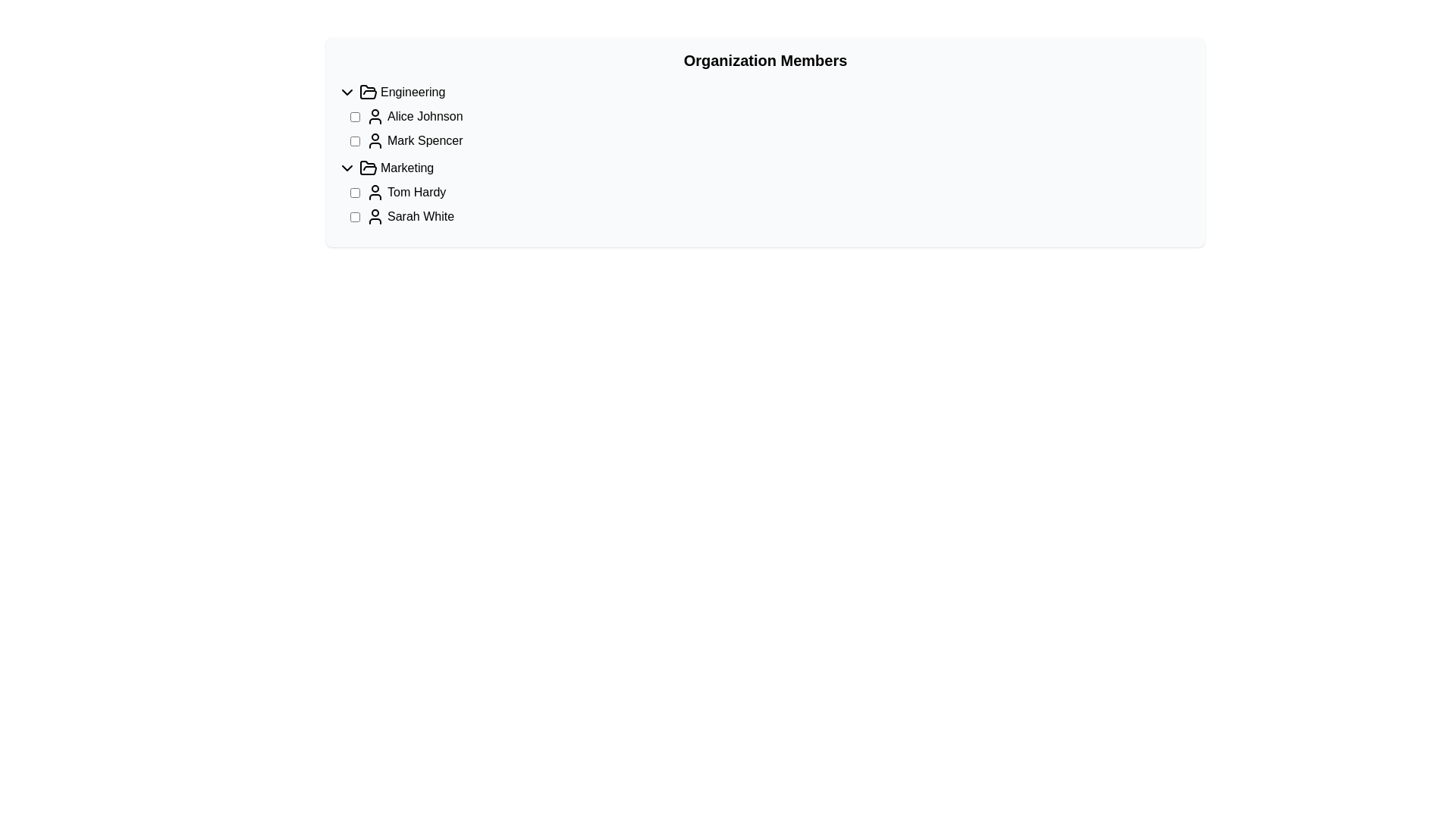 This screenshot has width=1456, height=819. I want to click on the 'Engineering' folder label with an icon, so click(402, 93).